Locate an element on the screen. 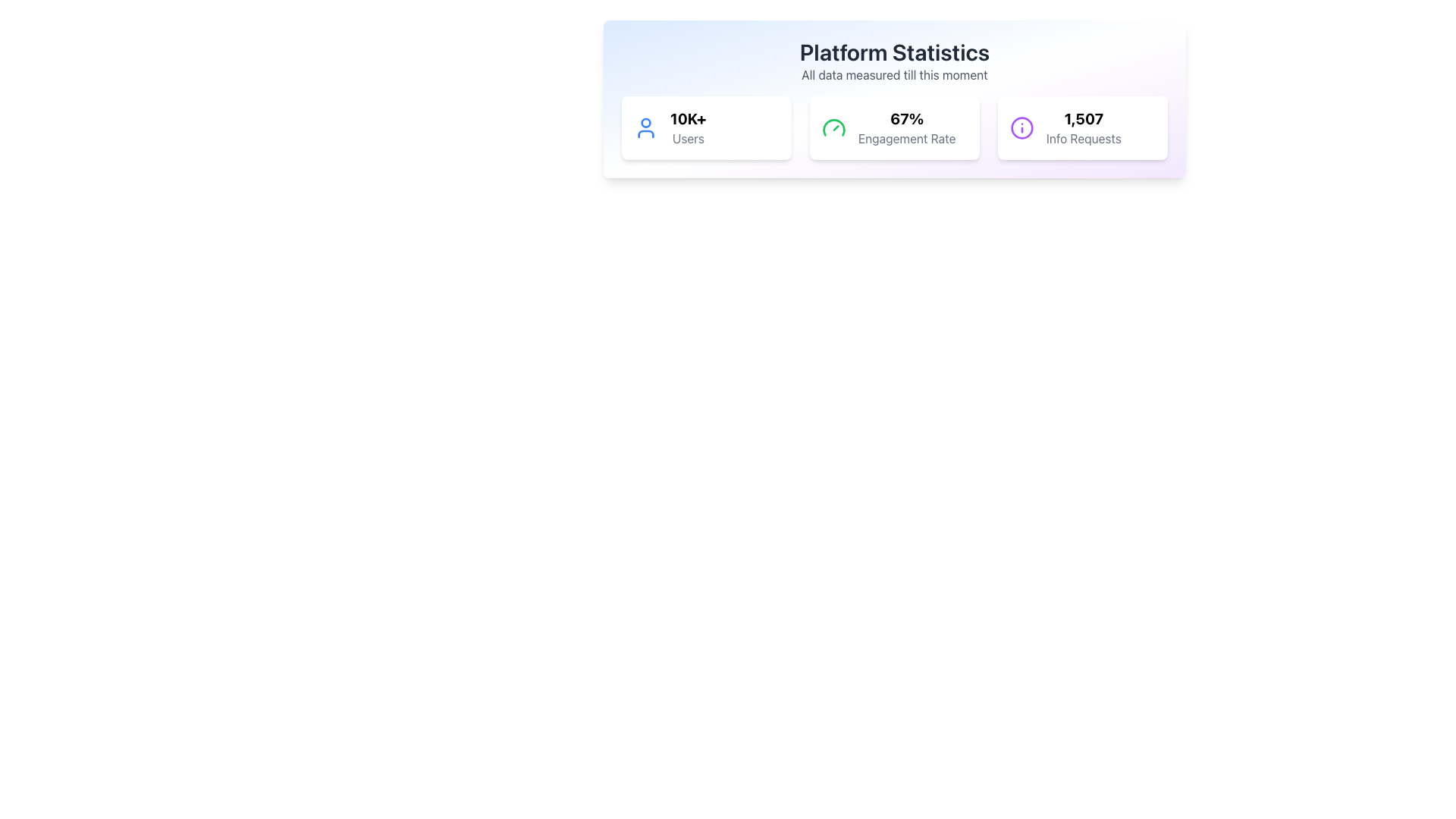 This screenshot has height=819, width=1456. the 'Users' label, which is a muted gray textual label styled in a simple sans-serif font, located beneath the bold number '10K+' in a white card at the top-left section of the statistics panel is located at coordinates (687, 138).